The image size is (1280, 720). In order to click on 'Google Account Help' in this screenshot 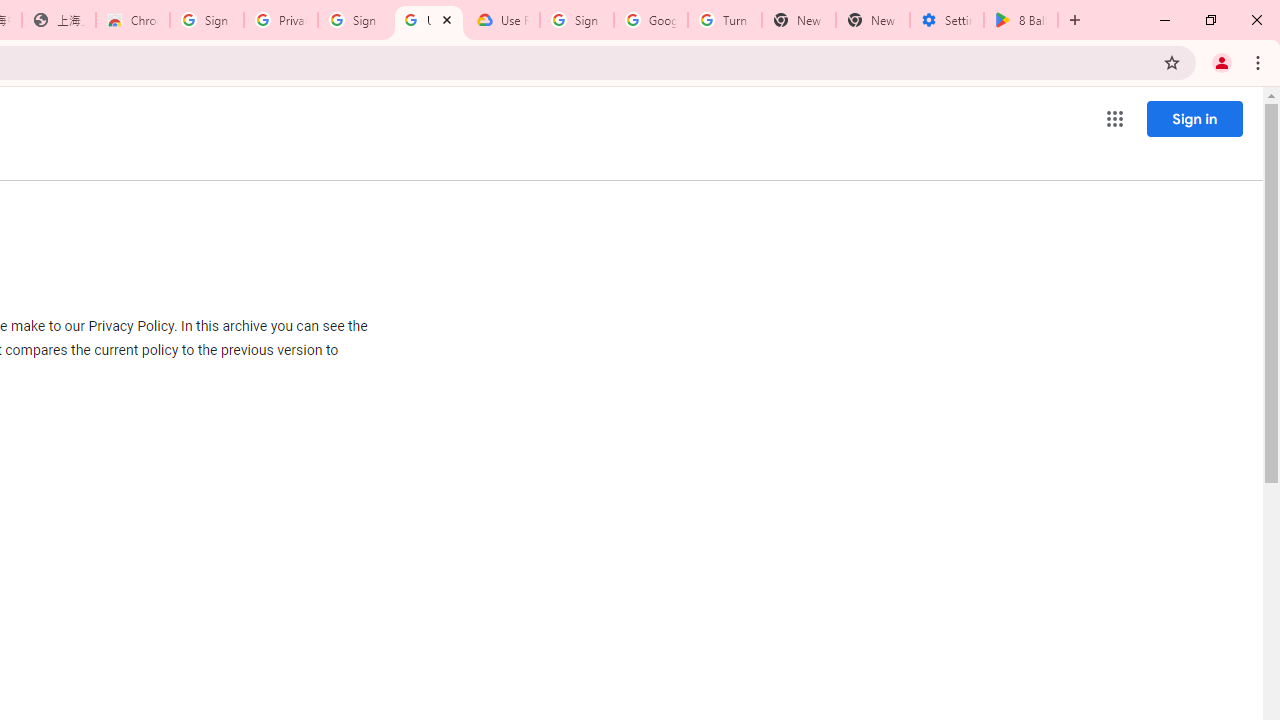, I will do `click(651, 20)`.